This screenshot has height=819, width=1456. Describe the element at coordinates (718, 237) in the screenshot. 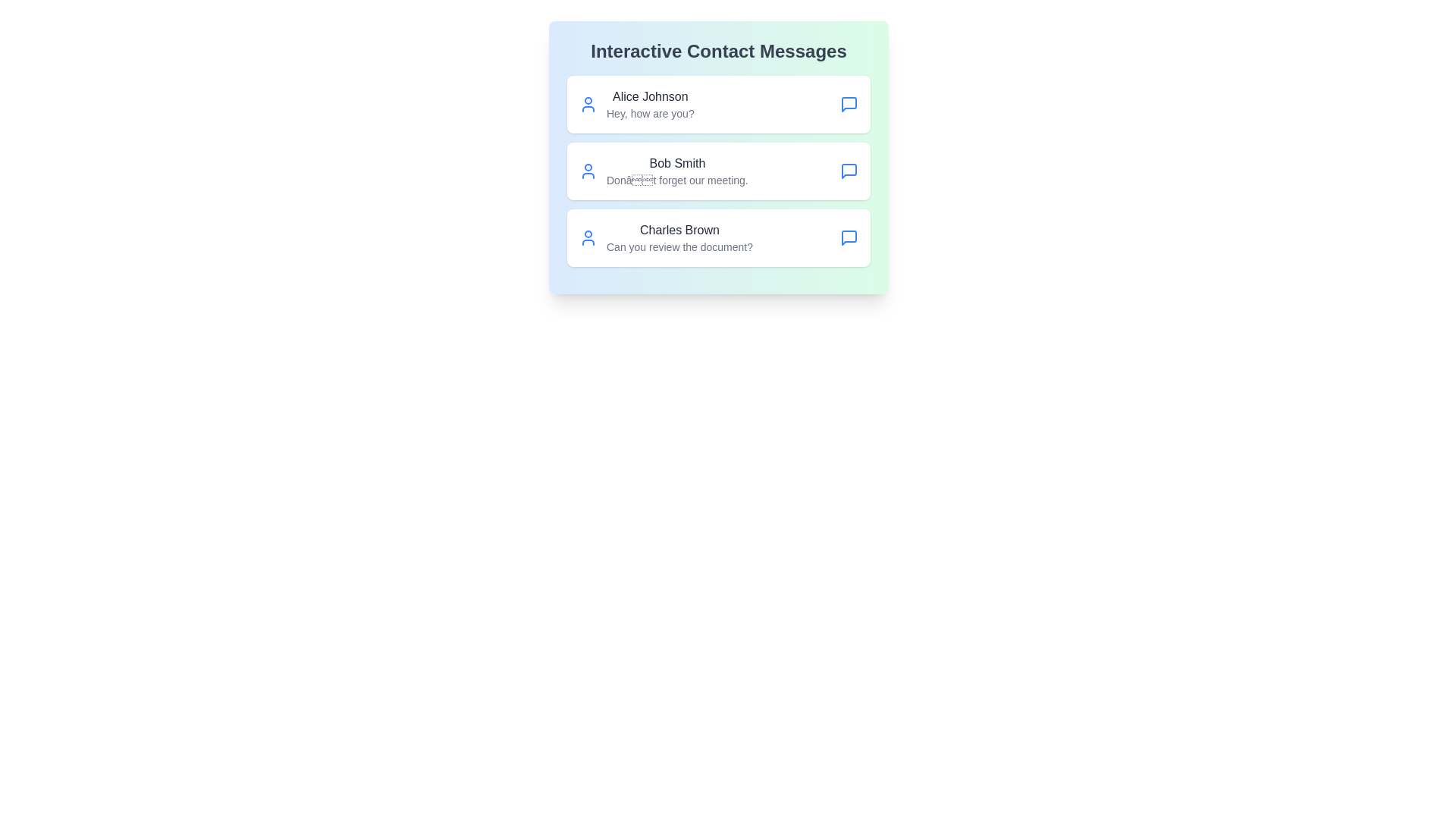

I see `the contact Charles Brown from the list` at that location.